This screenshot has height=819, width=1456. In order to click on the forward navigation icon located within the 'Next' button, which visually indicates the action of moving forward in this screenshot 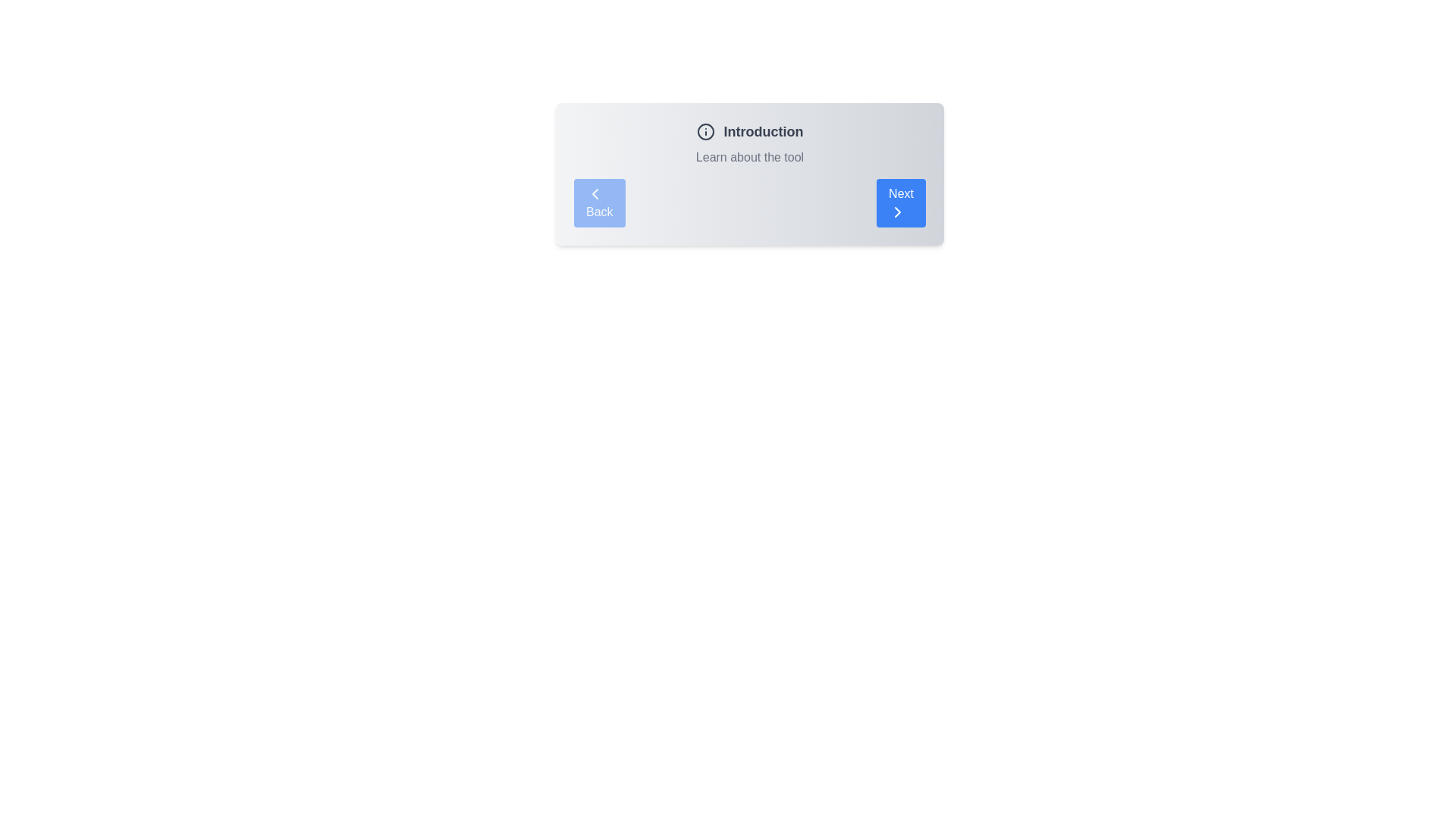, I will do `click(898, 212)`.